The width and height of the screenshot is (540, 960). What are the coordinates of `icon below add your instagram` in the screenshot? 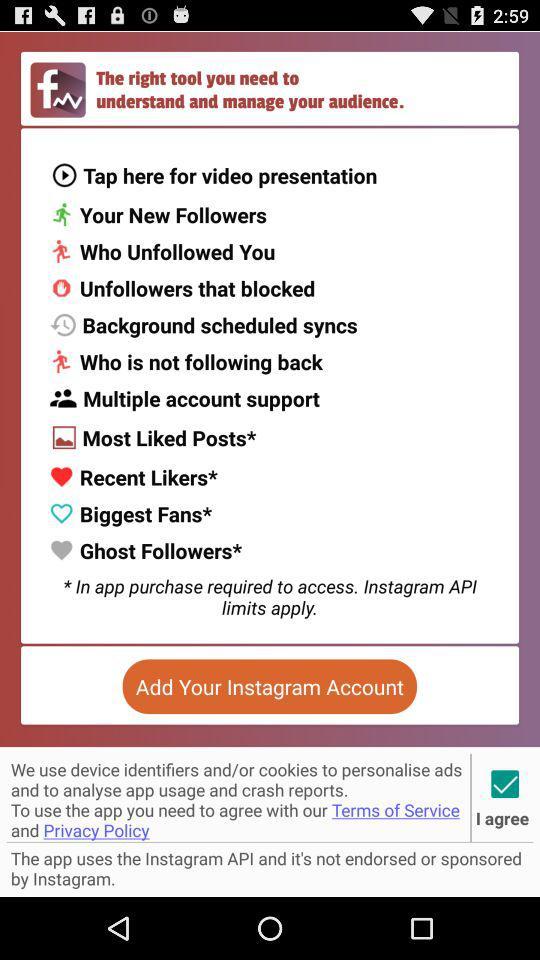 It's located at (238, 797).